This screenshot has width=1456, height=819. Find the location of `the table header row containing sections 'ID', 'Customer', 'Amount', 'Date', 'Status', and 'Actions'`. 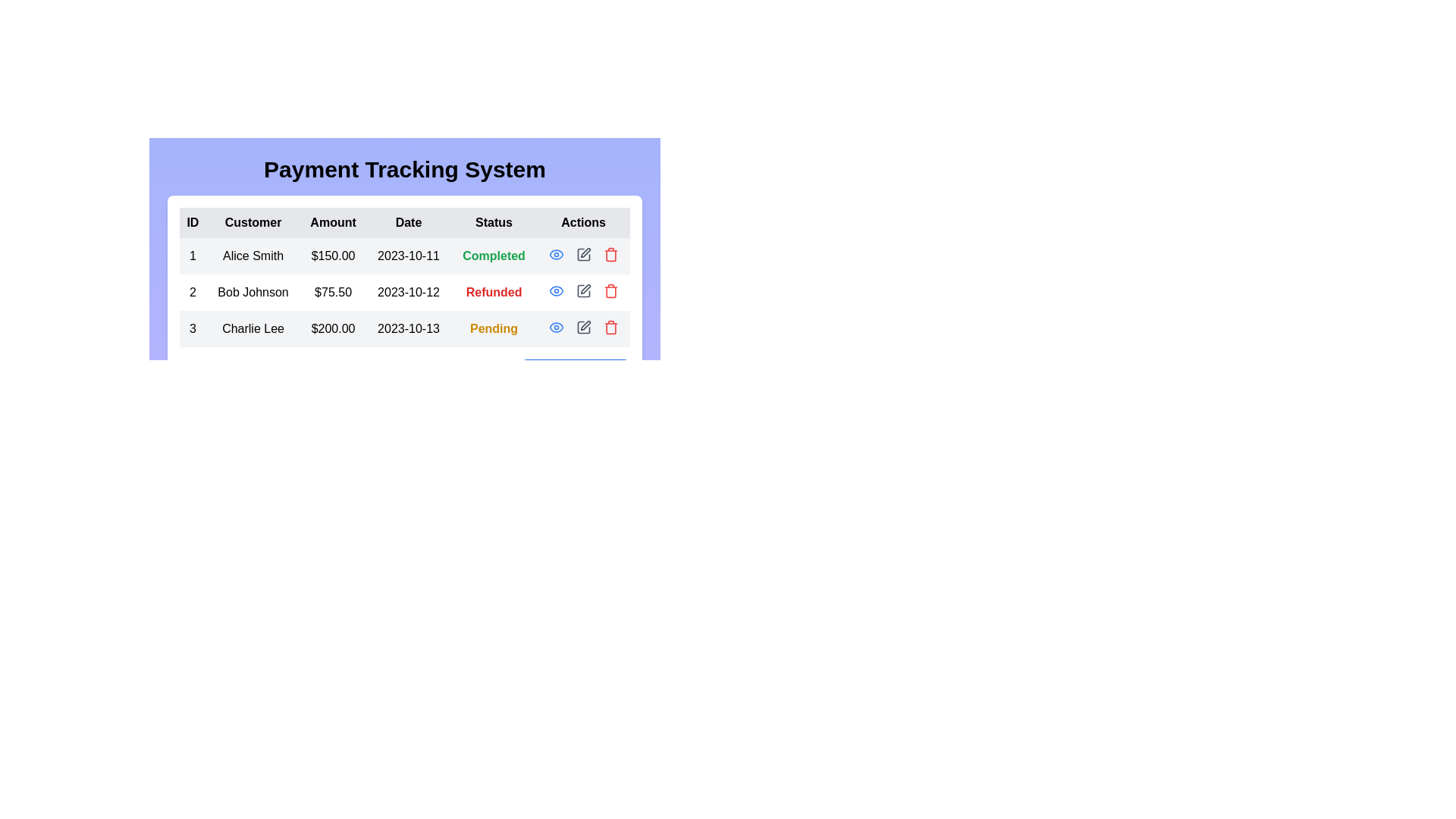

the table header row containing sections 'ID', 'Customer', 'Amount', 'Date', 'Status', and 'Actions' is located at coordinates (404, 222).